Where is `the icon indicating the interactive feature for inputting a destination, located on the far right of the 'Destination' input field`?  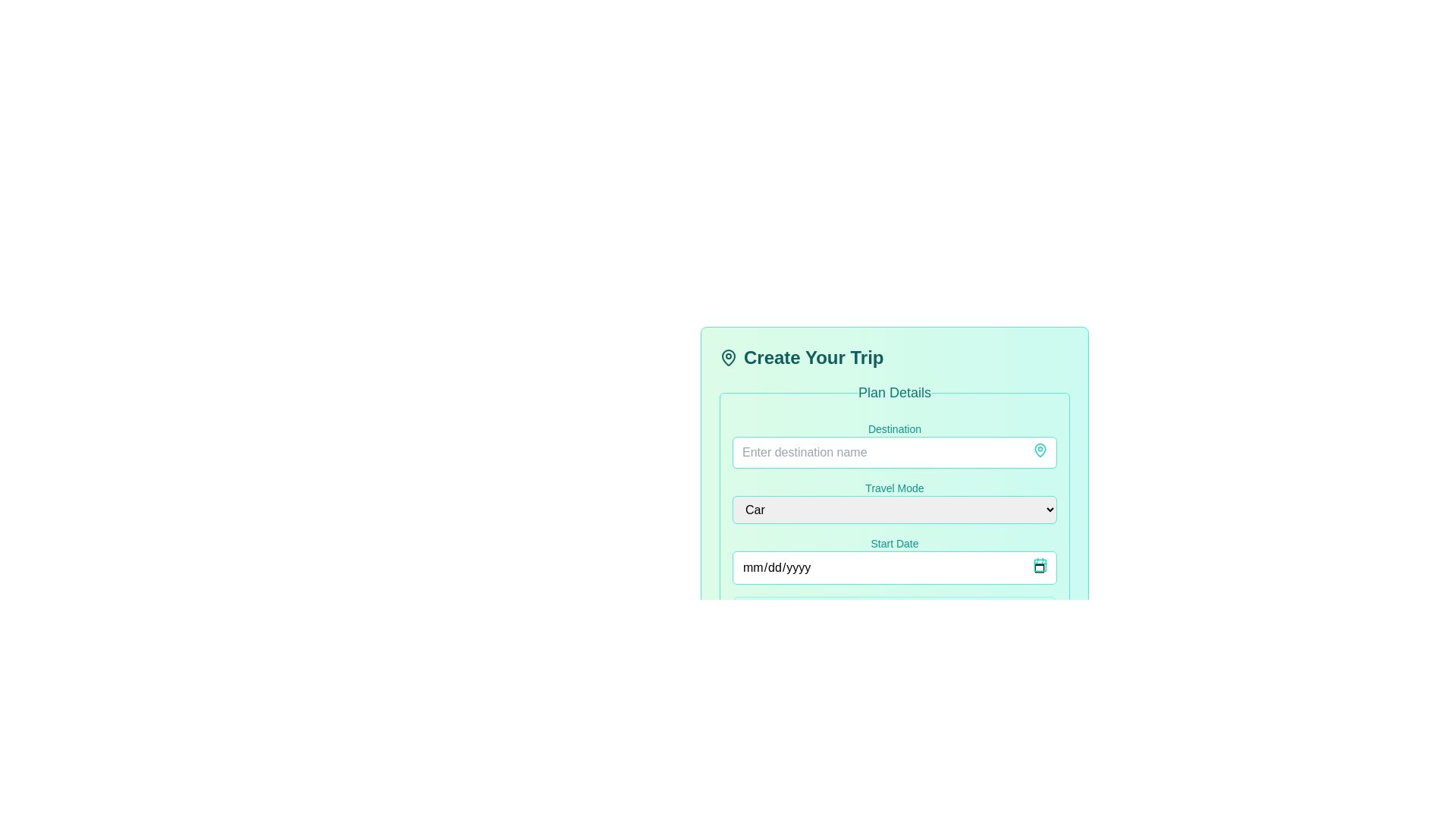
the icon indicating the interactive feature for inputting a destination, located on the far right of the 'Destination' input field is located at coordinates (1040, 450).